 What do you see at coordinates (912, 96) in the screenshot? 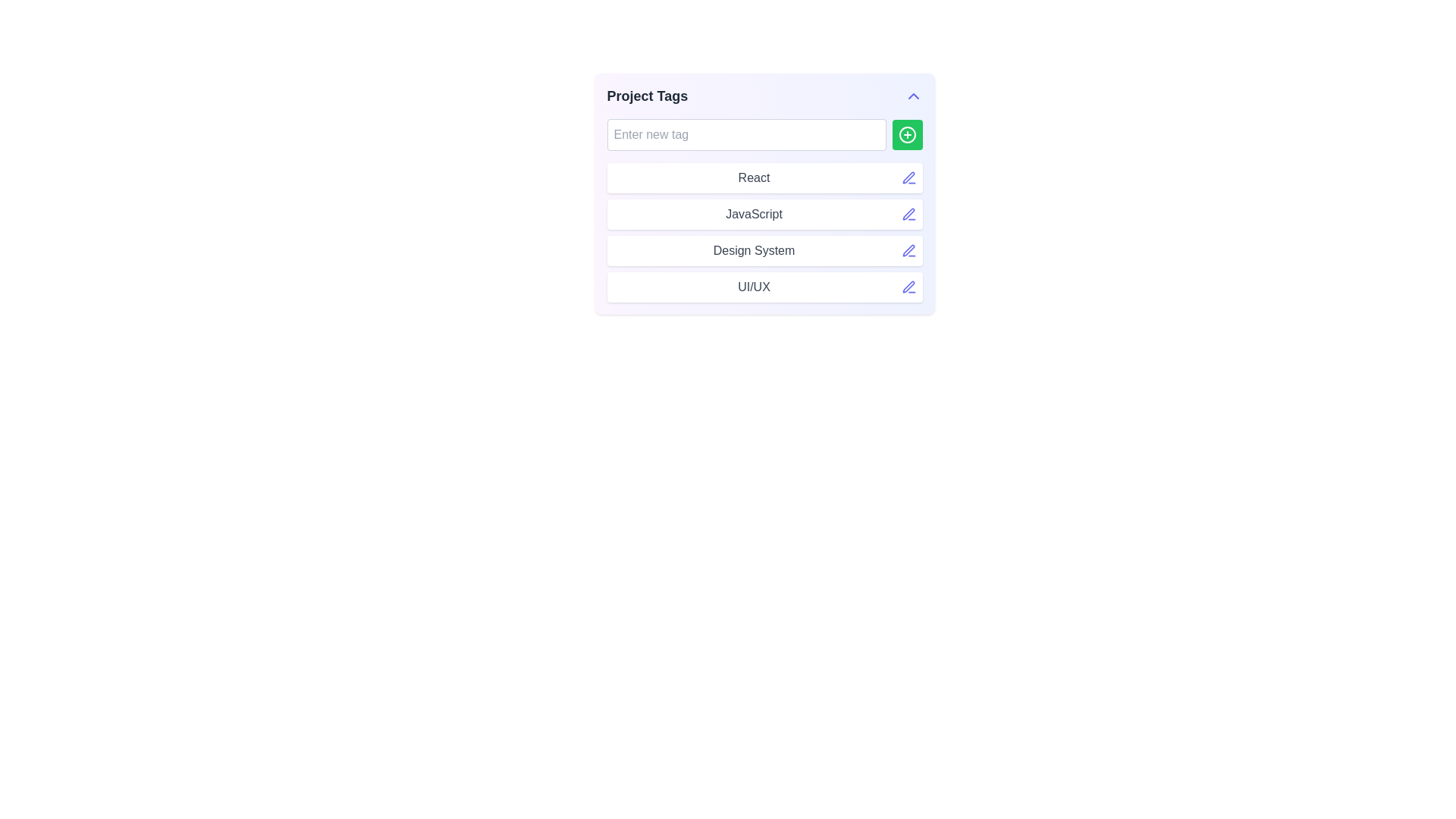
I see `the upward-pointing chevron icon in the top right corner of the 'Project Tags' card` at bounding box center [912, 96].